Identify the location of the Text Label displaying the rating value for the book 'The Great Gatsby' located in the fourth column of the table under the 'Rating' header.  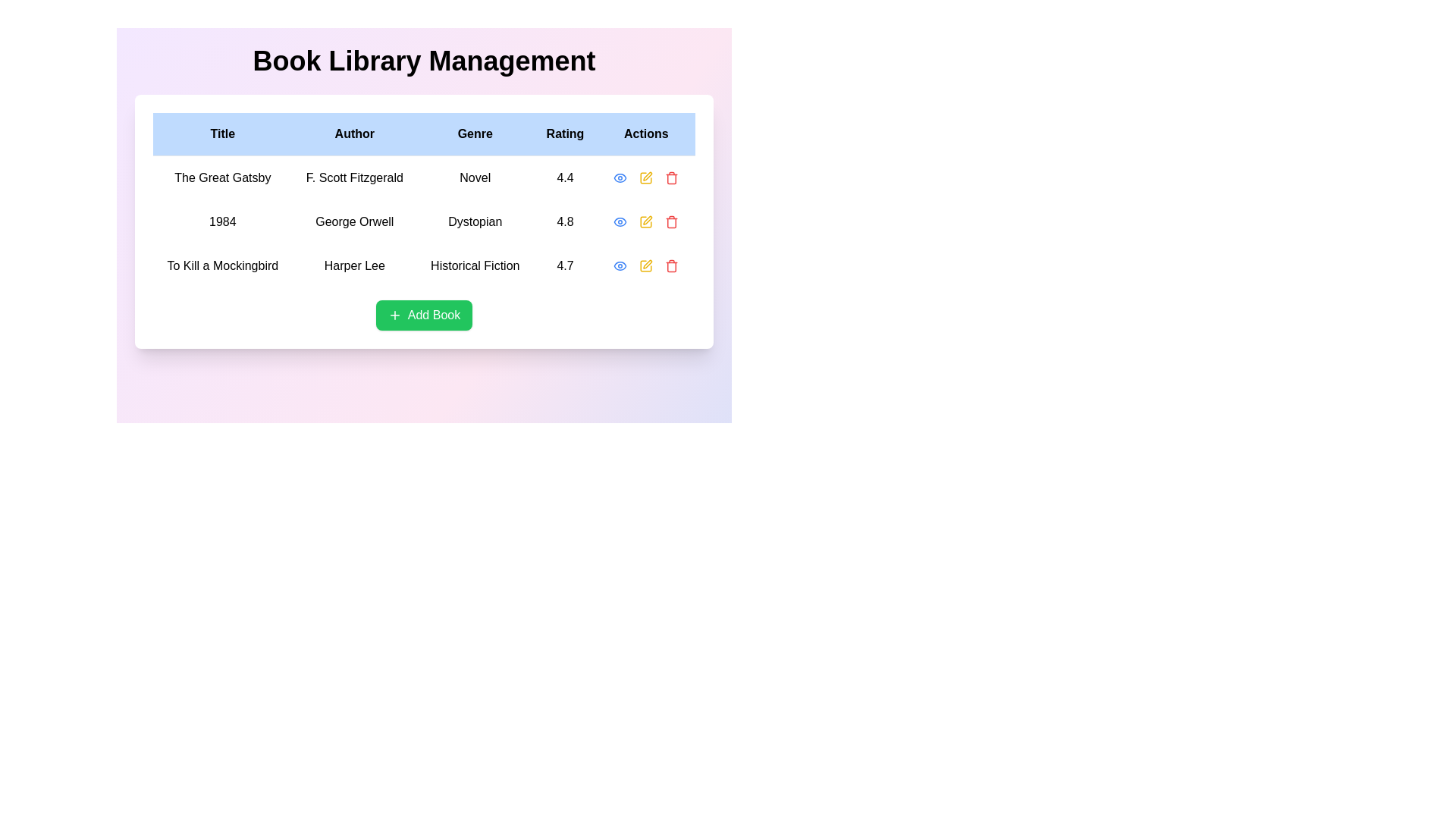
(564, 177).